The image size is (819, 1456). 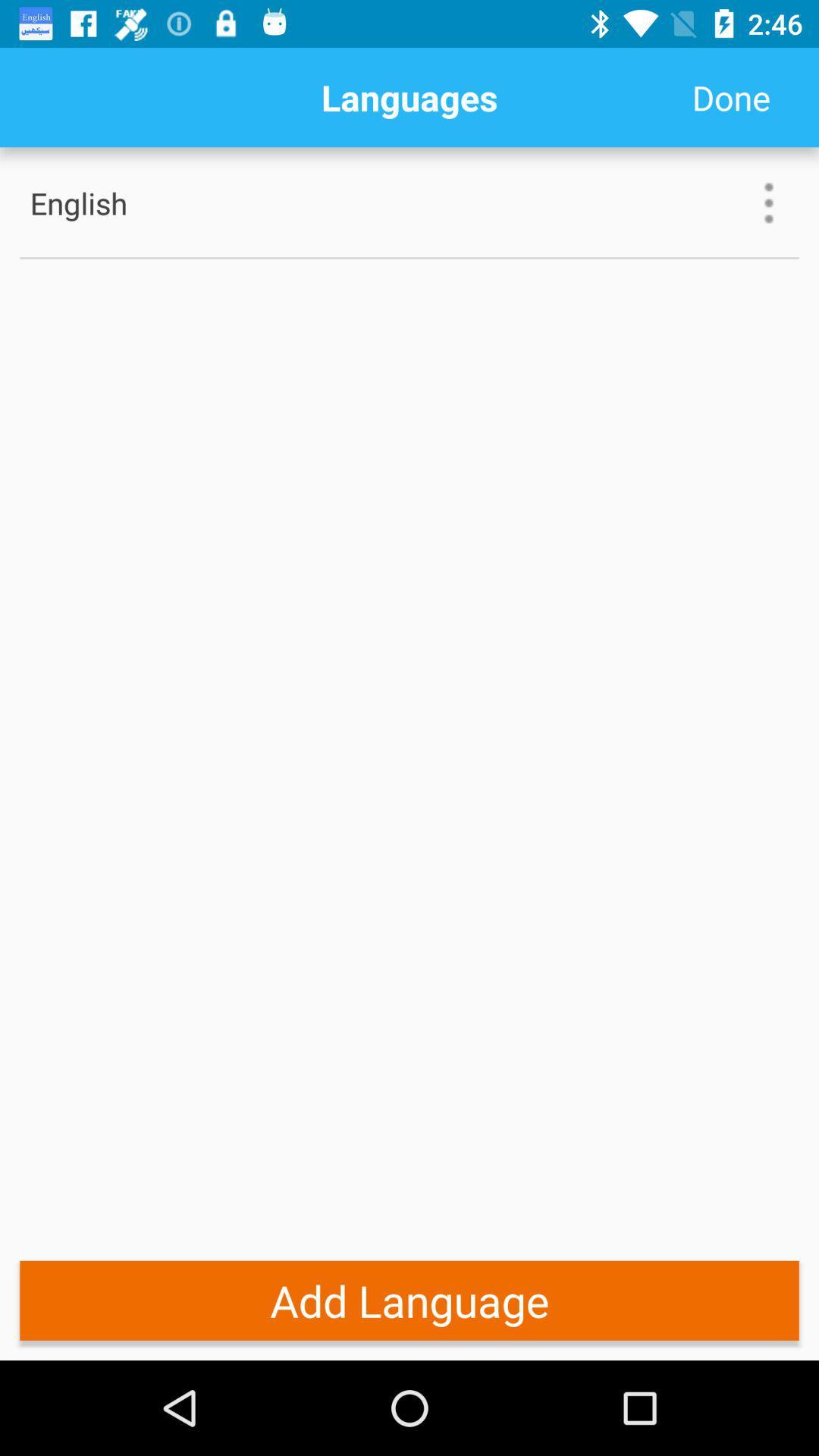 What do you see at coordinates (127, 202) in the screenshot?
I see `the english at the top left corner` at bounding box center [127, 202].